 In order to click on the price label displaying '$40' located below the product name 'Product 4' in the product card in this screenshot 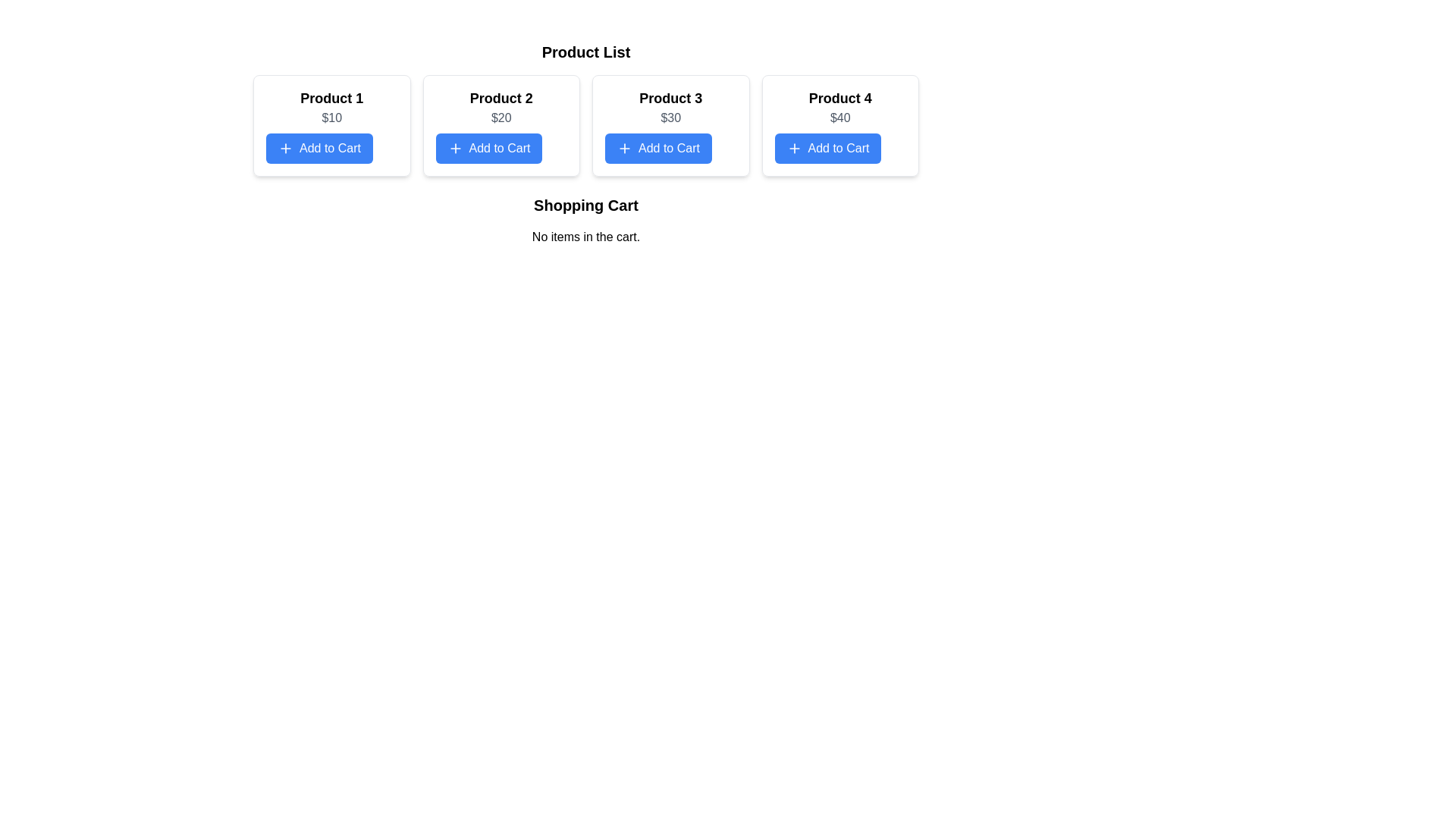, I will do `click(839, 117)`.